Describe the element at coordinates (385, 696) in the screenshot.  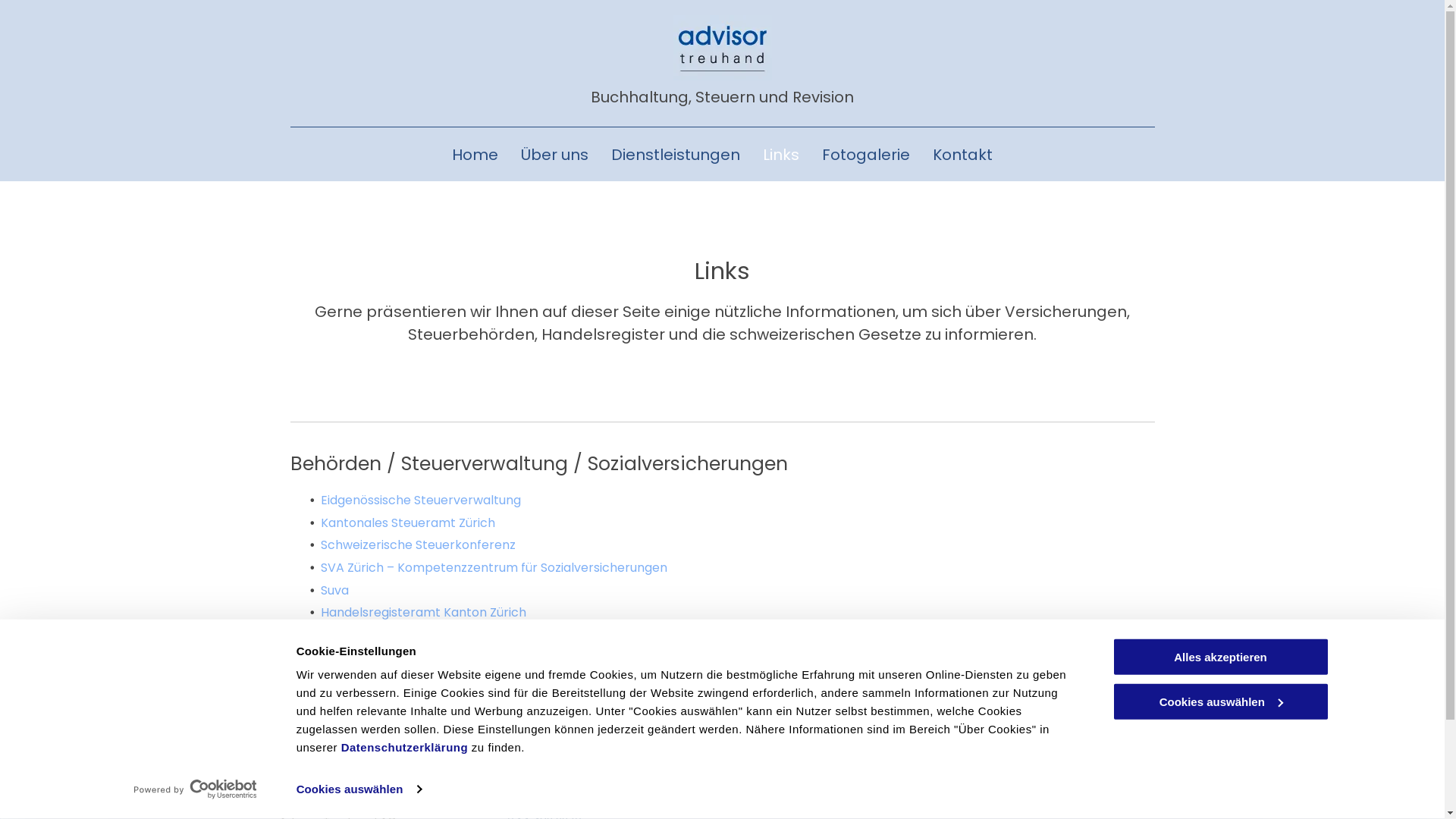
I see `'ZGB (Zivilgesetzbuch)'` at that location.